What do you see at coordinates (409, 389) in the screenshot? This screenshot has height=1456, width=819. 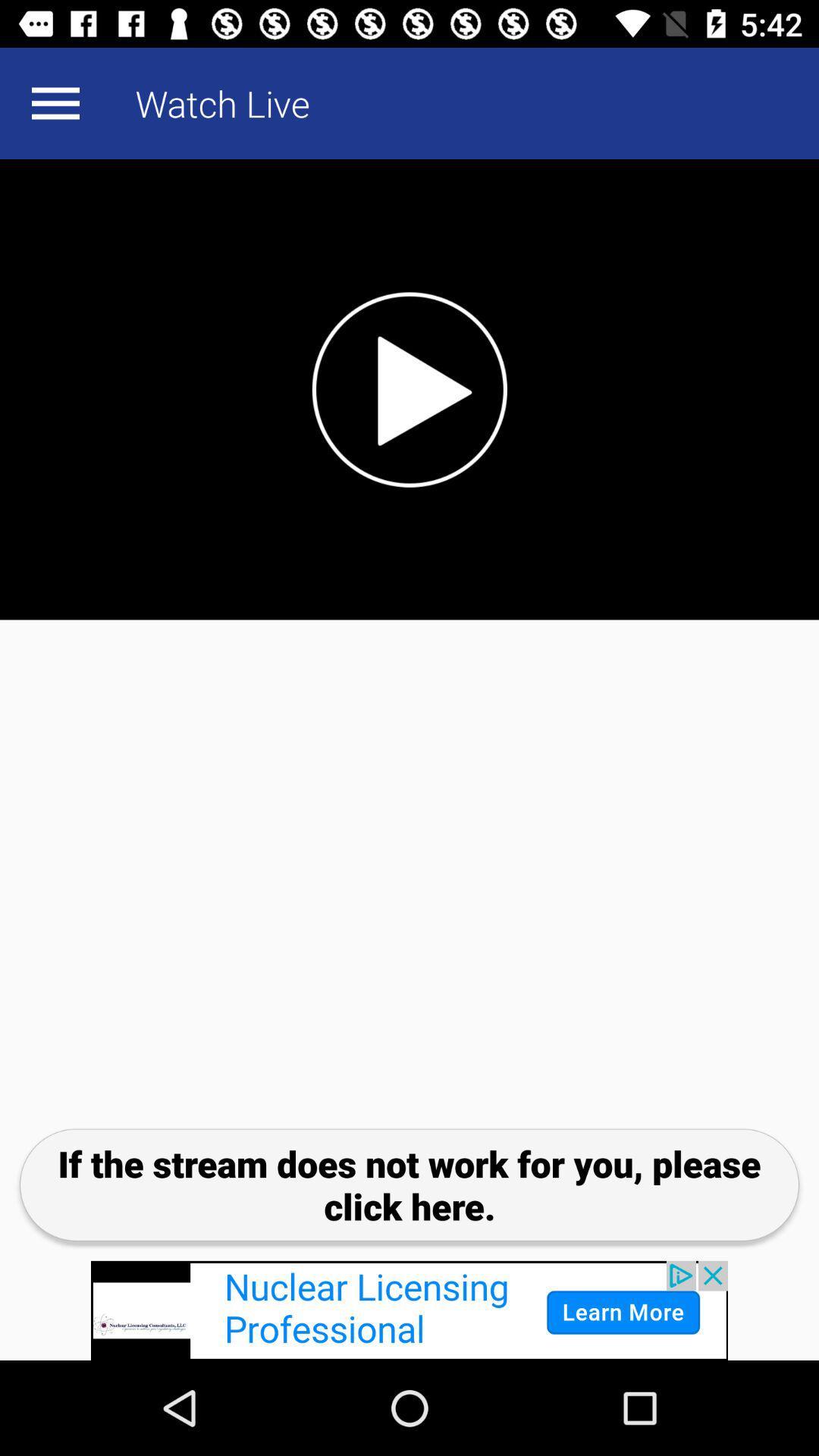 I see `button` at bounding box center [409, 389].